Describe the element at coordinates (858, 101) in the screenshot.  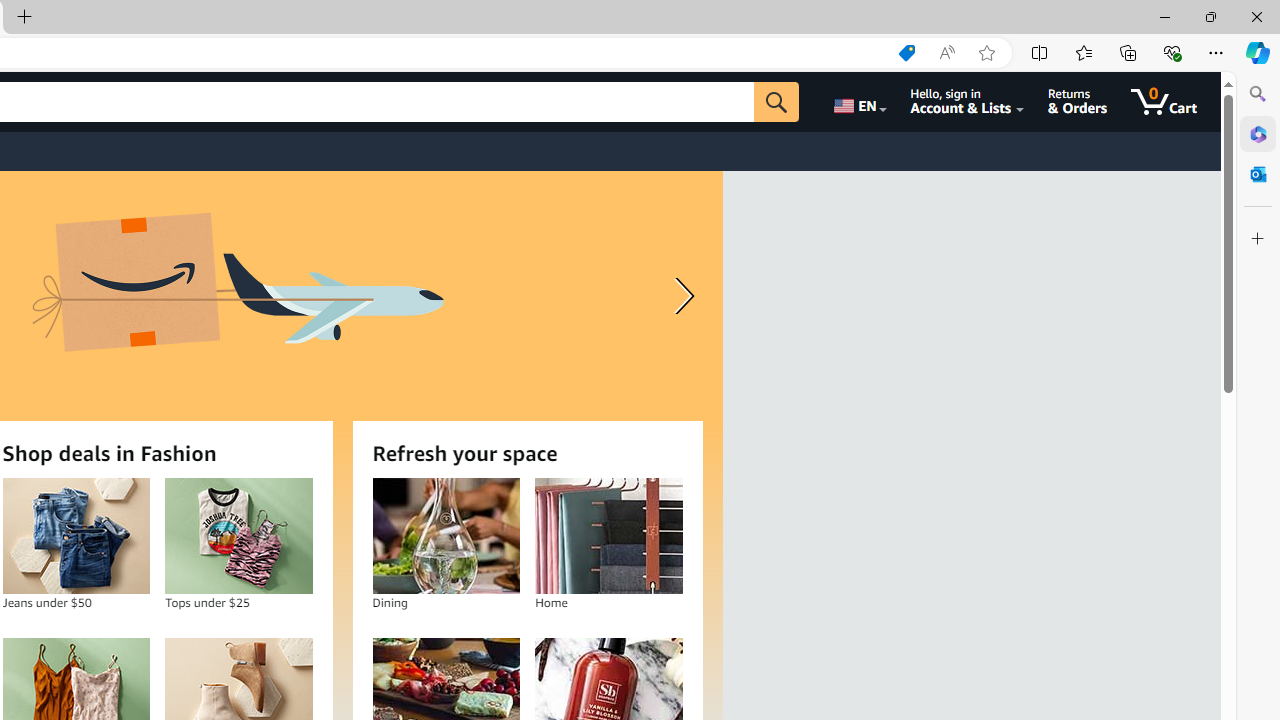
I see `'Choose a language for shopping.'` at that location.